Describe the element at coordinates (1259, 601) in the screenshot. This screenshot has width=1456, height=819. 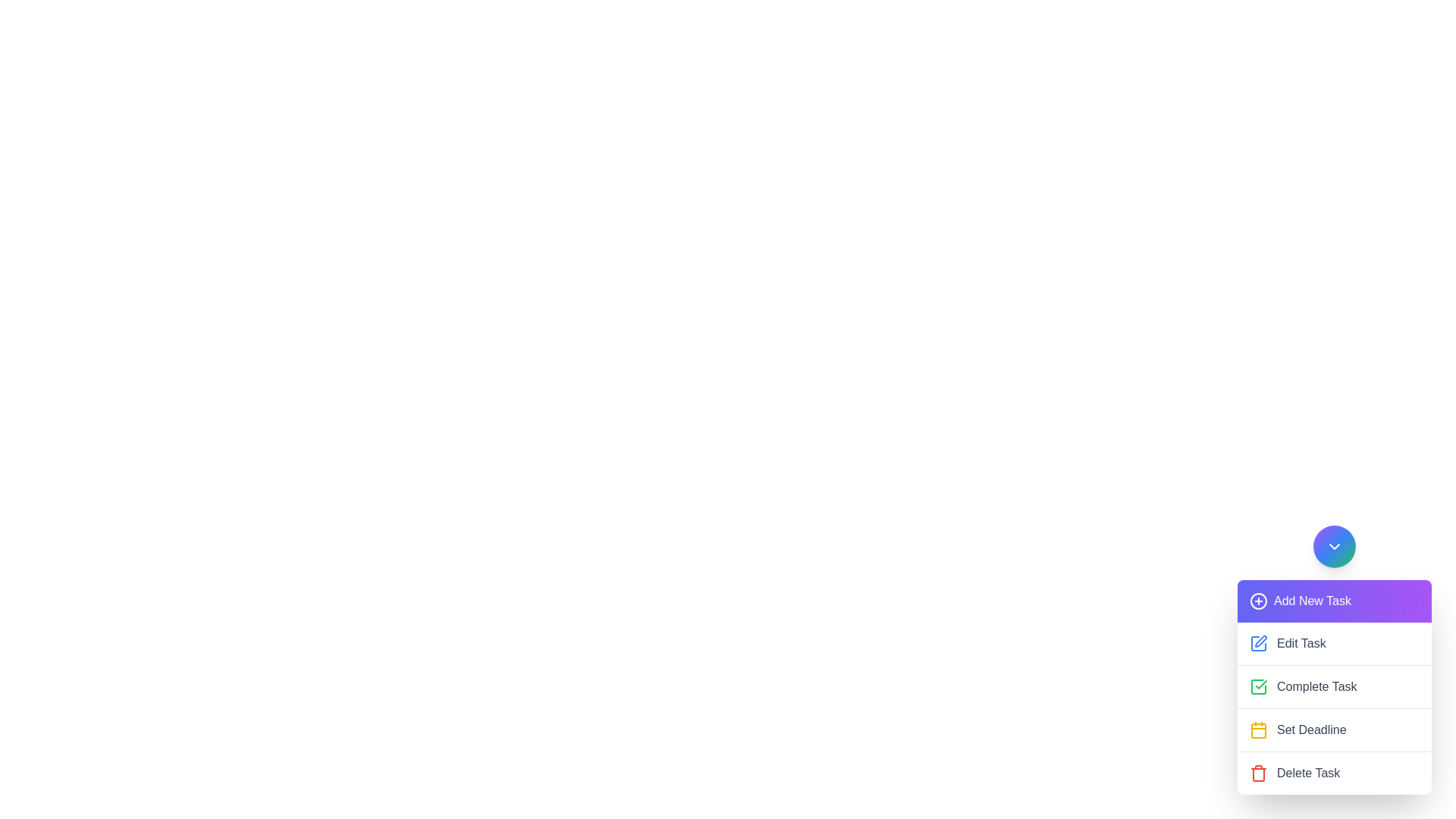
I see `circular portion of the 'Add New Task' button located at the top of the vertical list of action buttons for styling` at that location.